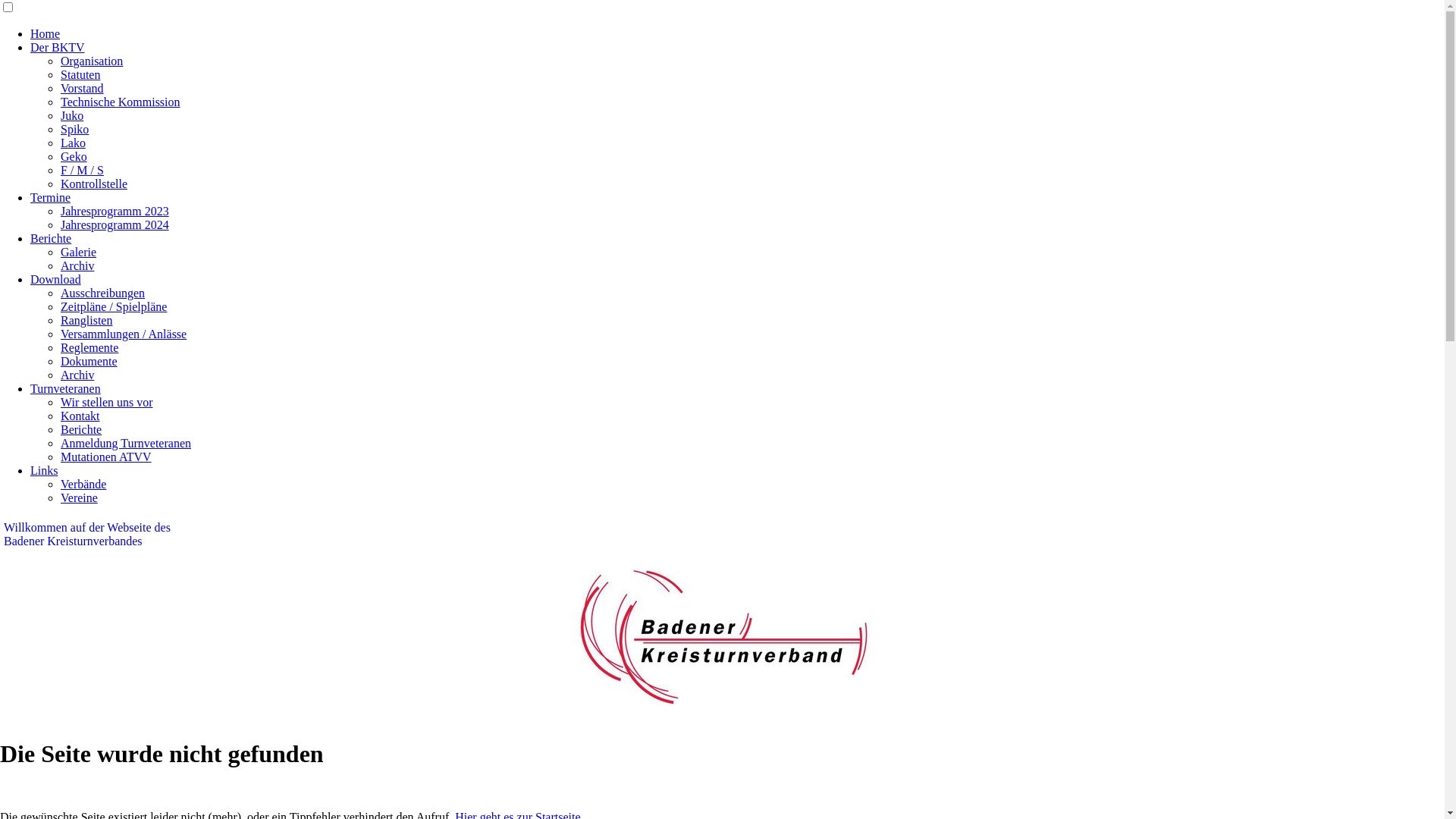 Image resolution: width=1456 pixels, height=819 pixels. What do you see at coordinates (81, 88) in the screenshot?
I see `'Vorstand'` at bounding box center [81, 88].